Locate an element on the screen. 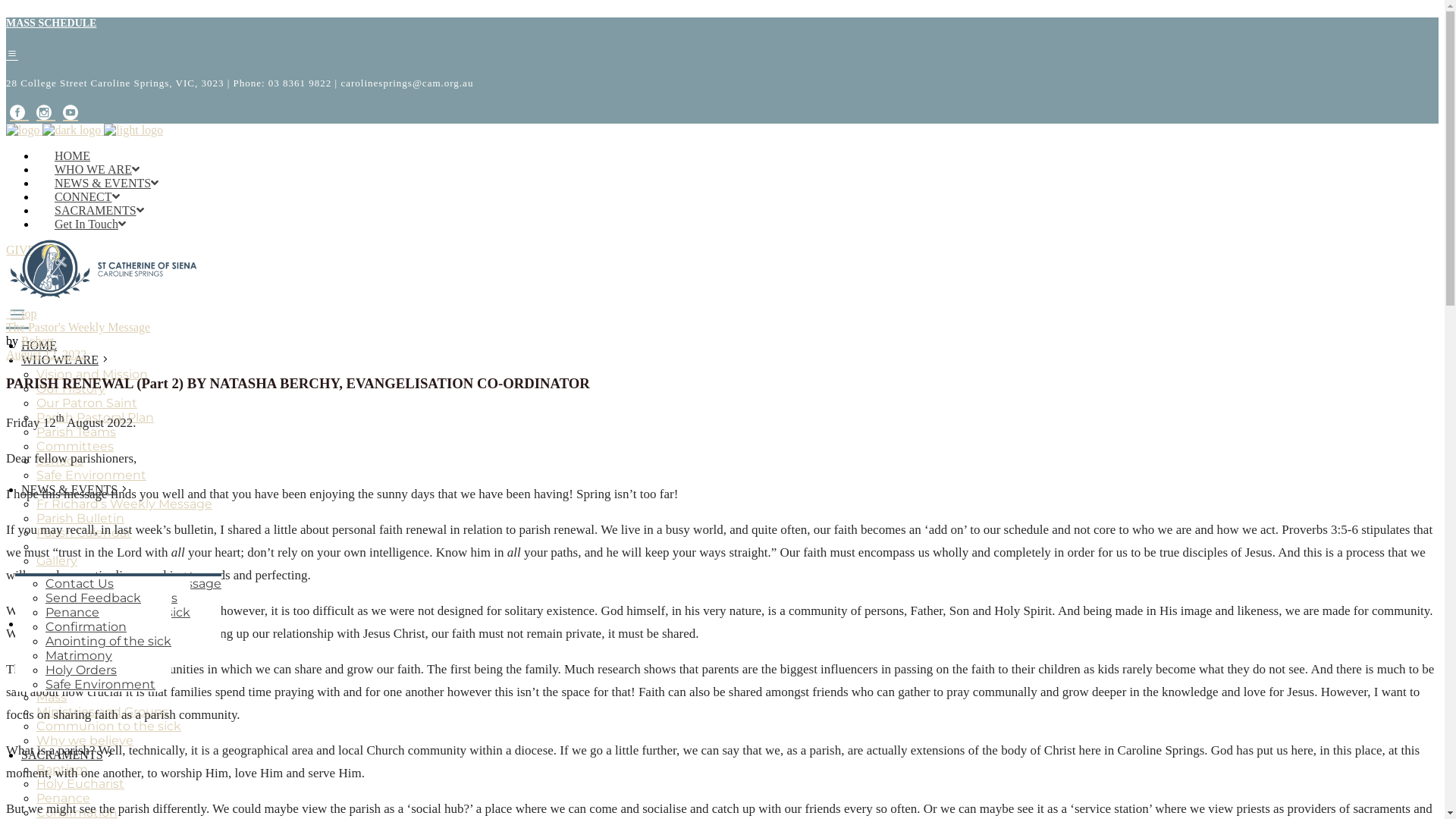 This screenshot has height=819, width=1456. 'WHO WE ARE' is located at coordinates (96, 169).